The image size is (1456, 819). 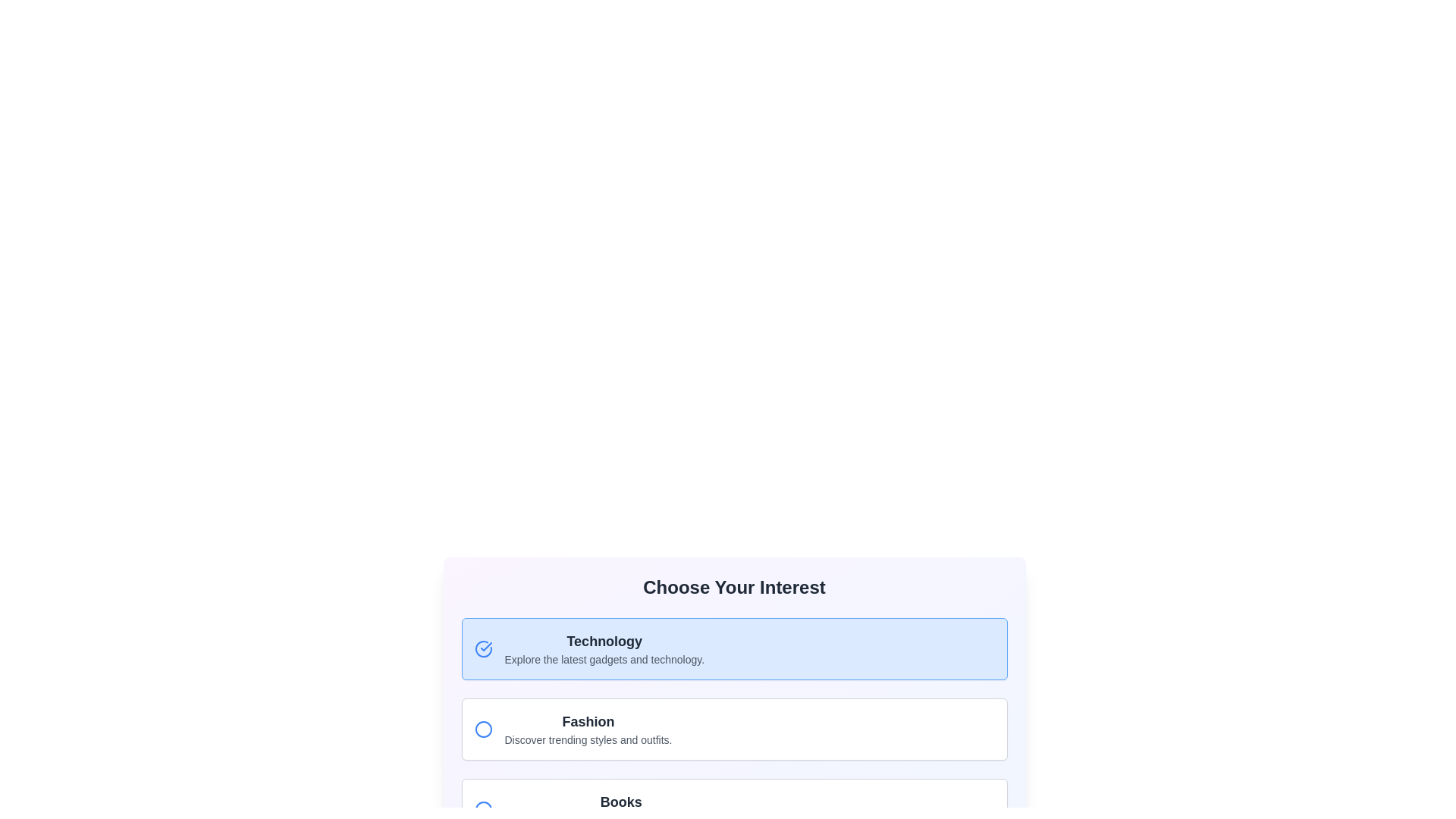 I want to click on the Text Label displaying 'Technology', which is styled in bold, larger font, and is dark gray in color, located within the 'Choose Your Interest' section, so click(x=604, y=641).